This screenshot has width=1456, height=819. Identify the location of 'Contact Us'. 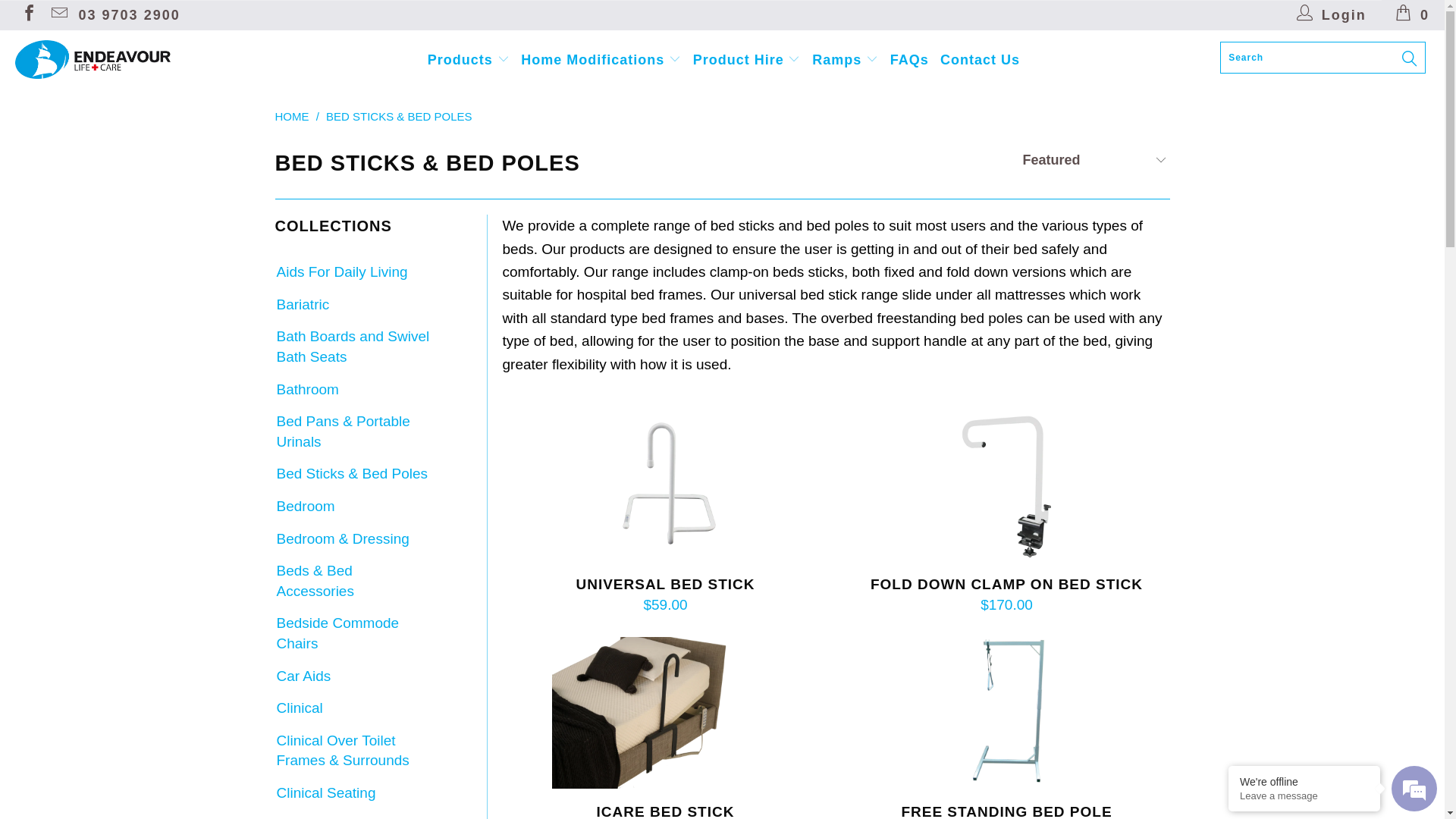
(980, 59).